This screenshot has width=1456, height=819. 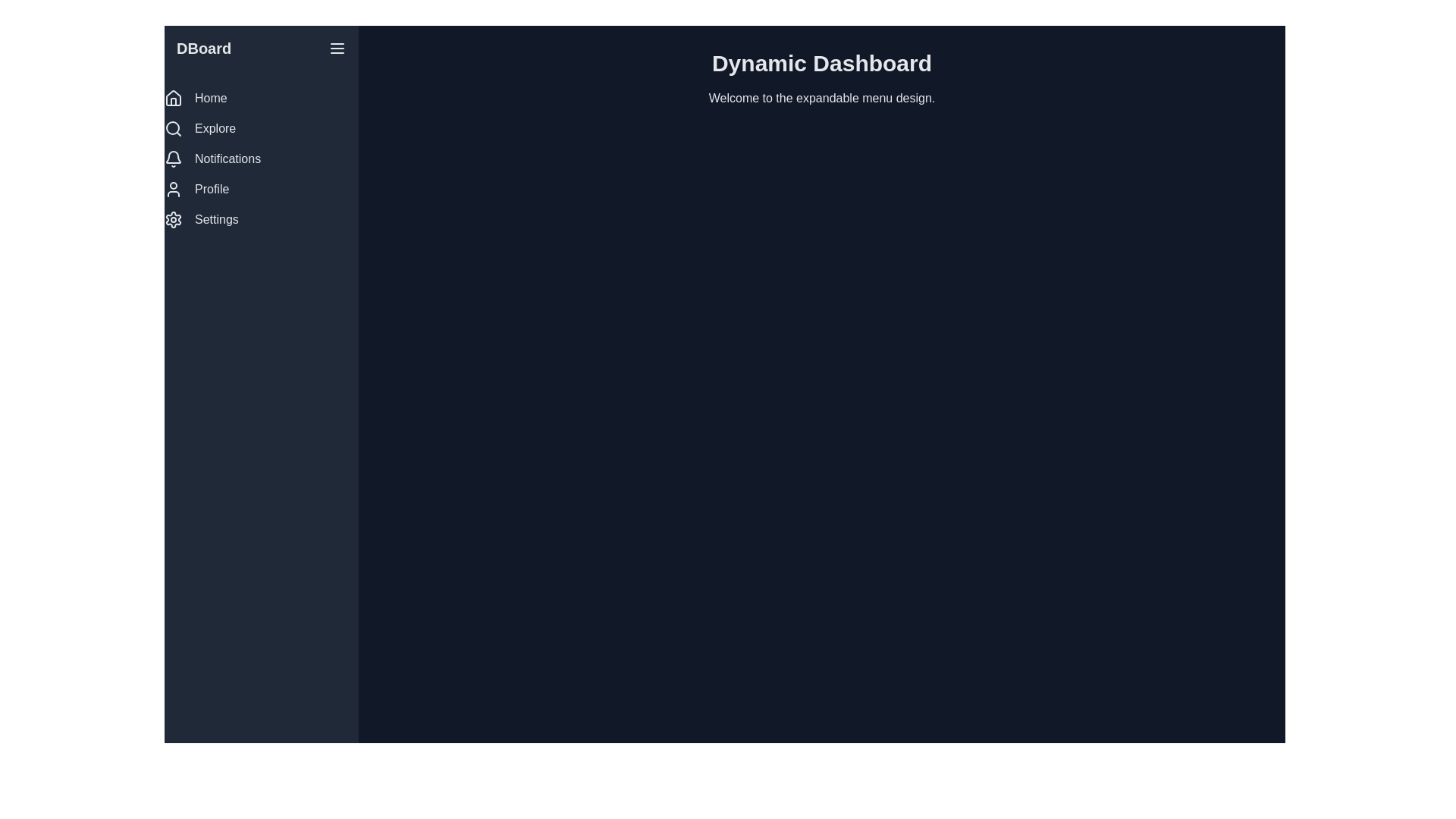 What do you see at coordinates (174, 99) in the screenshot?
I see `the house-shaped icon in the left sidebar navigation panel` at bounding box center [174, 99].